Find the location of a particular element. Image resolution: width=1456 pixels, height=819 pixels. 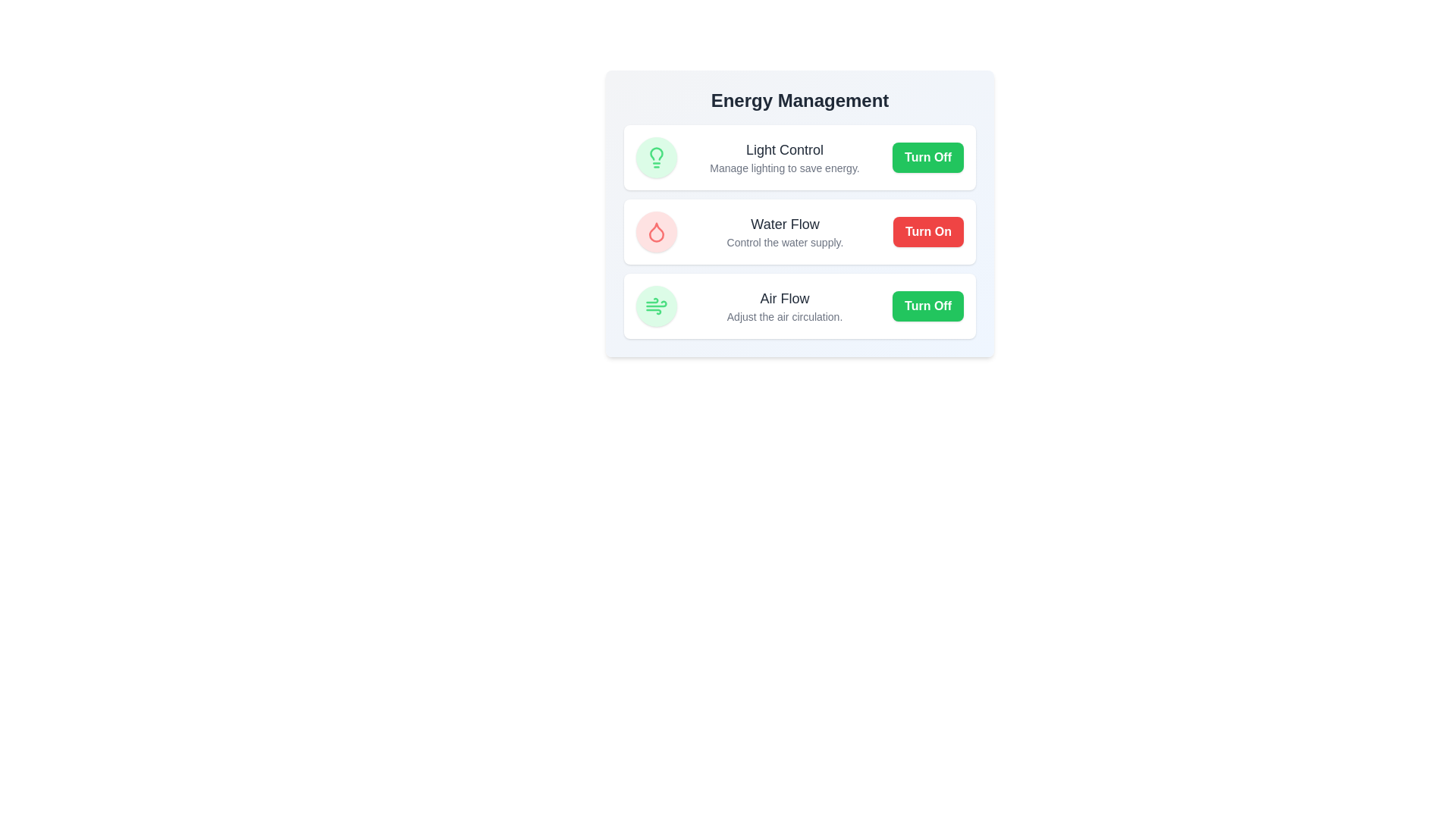

the red-colored drop-shaped icon representing water flow, located in the second card to the left of the 'Water Flow' text and 'Turn On' button is located at coordinates (656, 231).